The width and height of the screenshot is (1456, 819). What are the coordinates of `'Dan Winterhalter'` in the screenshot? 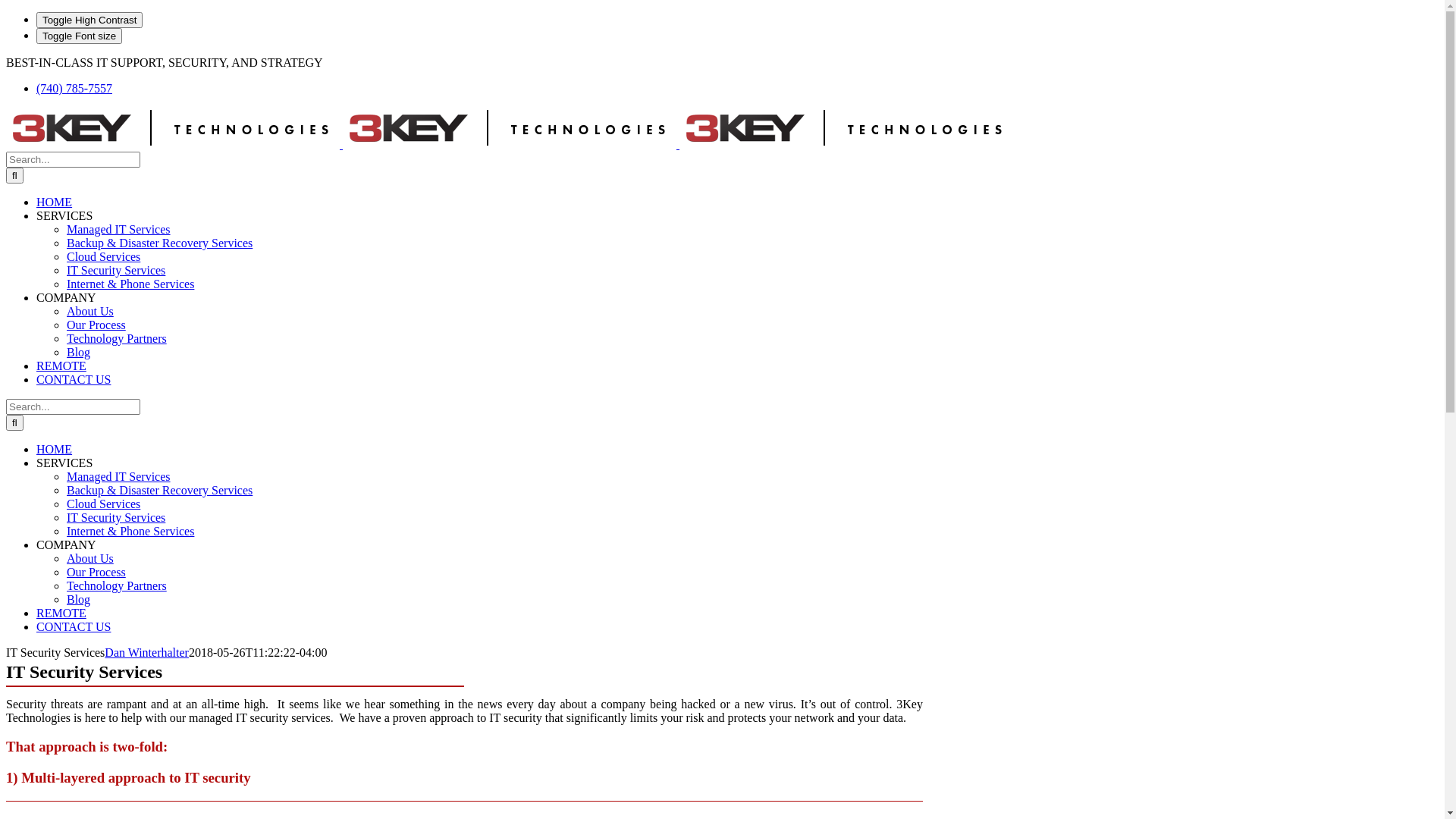 It's located at (146, 651).